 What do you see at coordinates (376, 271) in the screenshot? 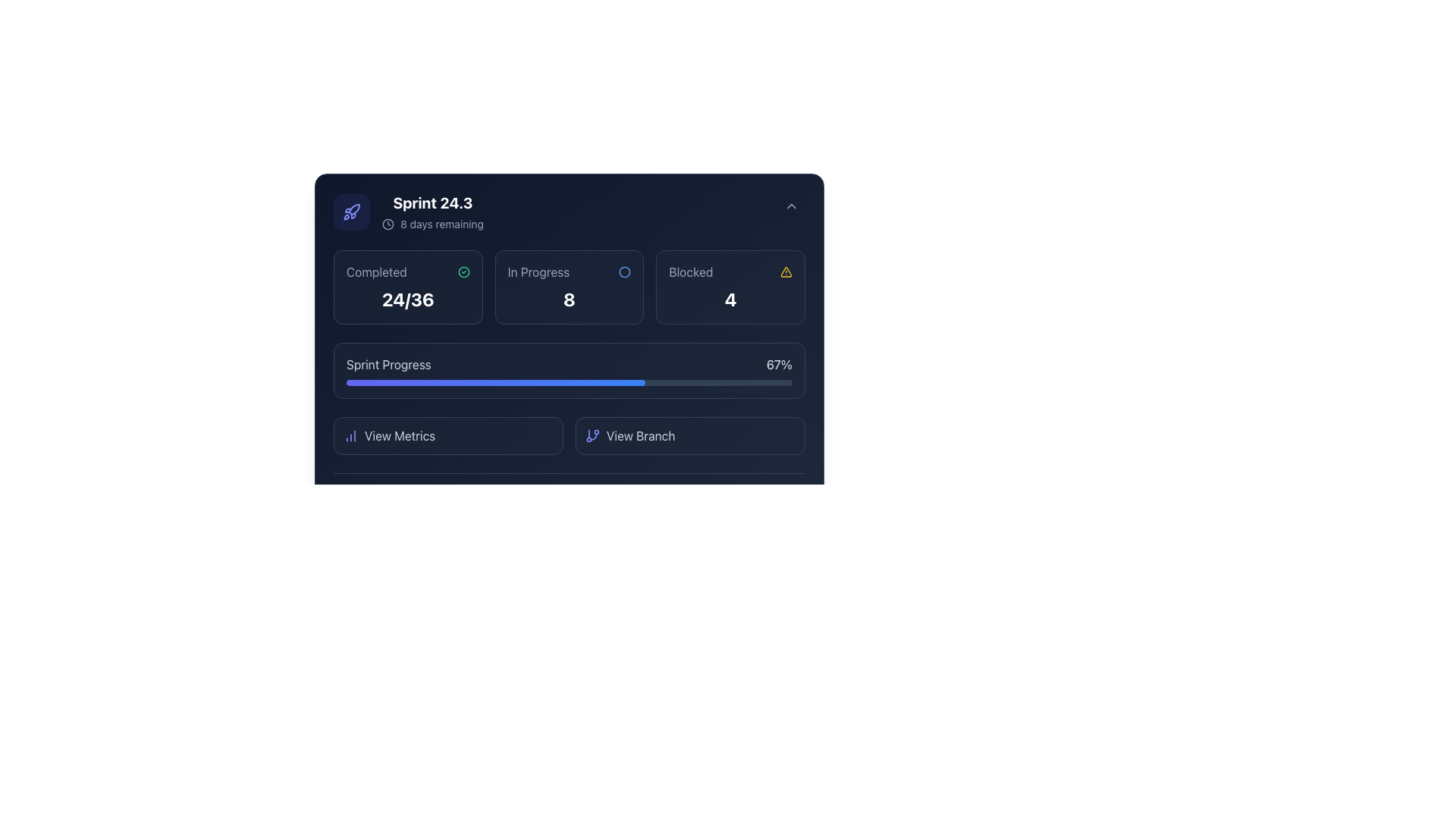
I see `the text label displaying 'Completed' in a gray tone, located at the top-left corner of a dark-themed card layout in the dashboard` at bounding box center [376, 271].